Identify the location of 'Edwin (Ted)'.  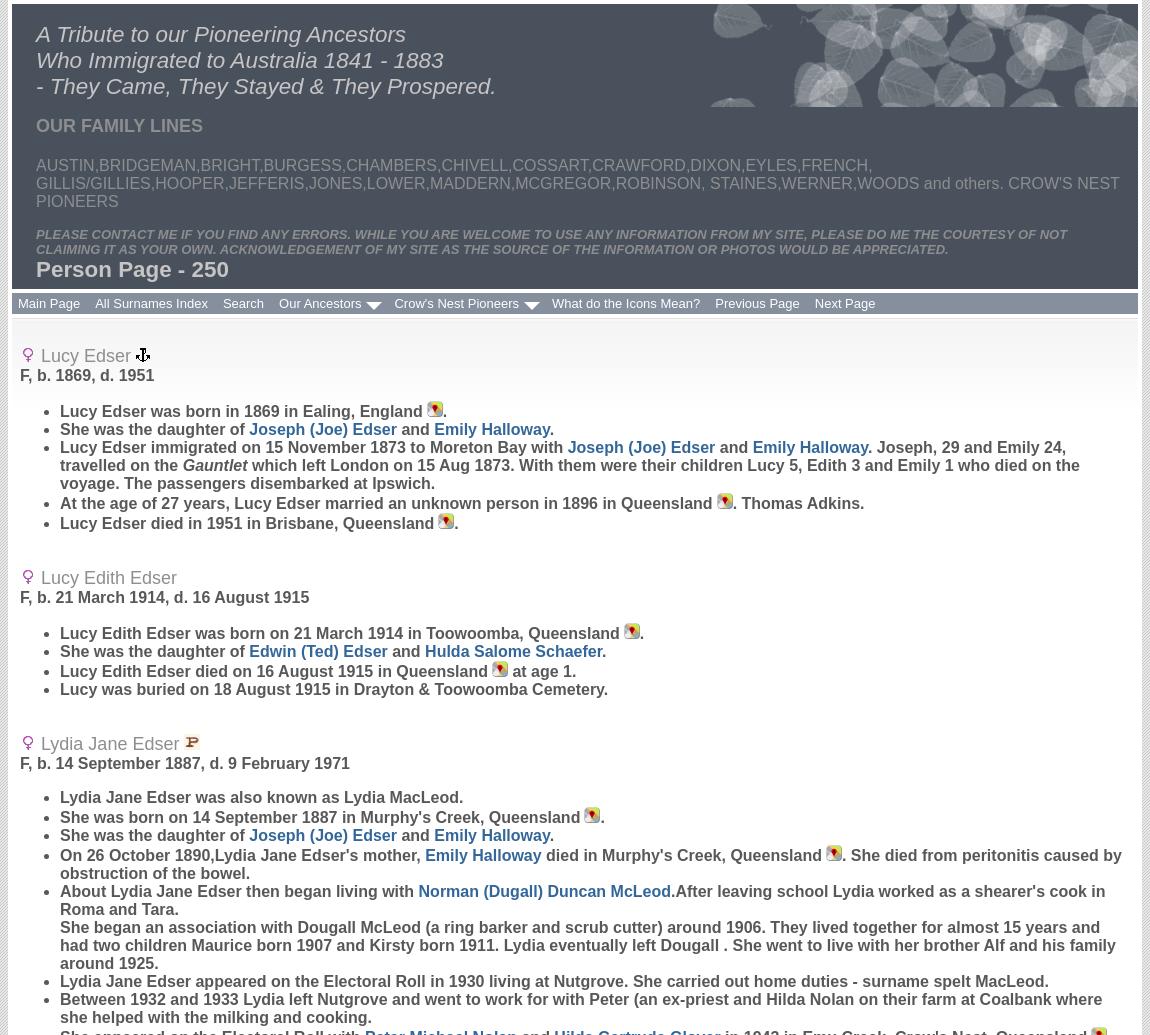
(247, 650).